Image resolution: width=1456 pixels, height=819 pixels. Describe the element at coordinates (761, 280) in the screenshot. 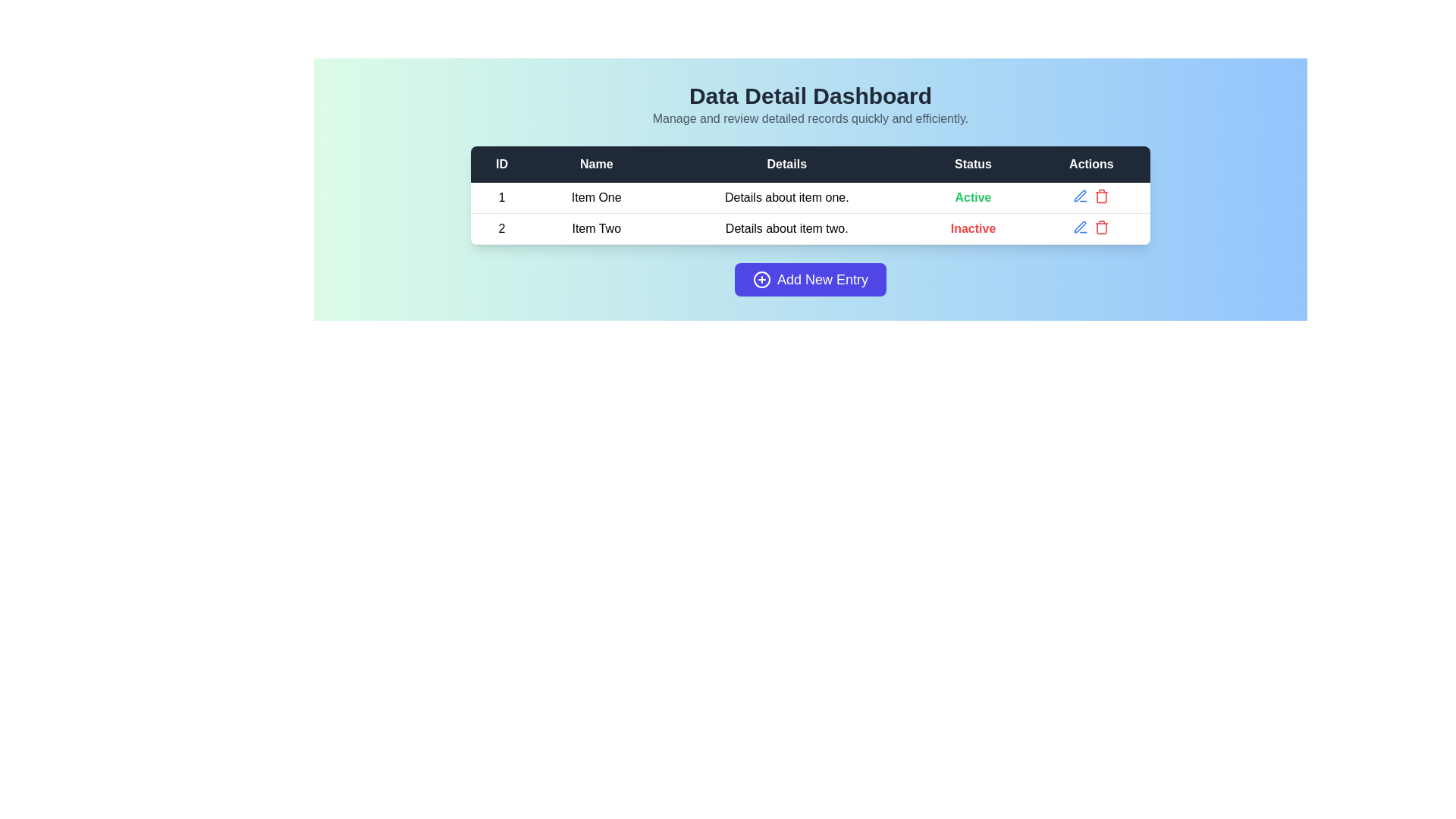

I see `the circular plus icon inside the 'Add New Entry' button, which has a deep indigo background and white text` at that location.